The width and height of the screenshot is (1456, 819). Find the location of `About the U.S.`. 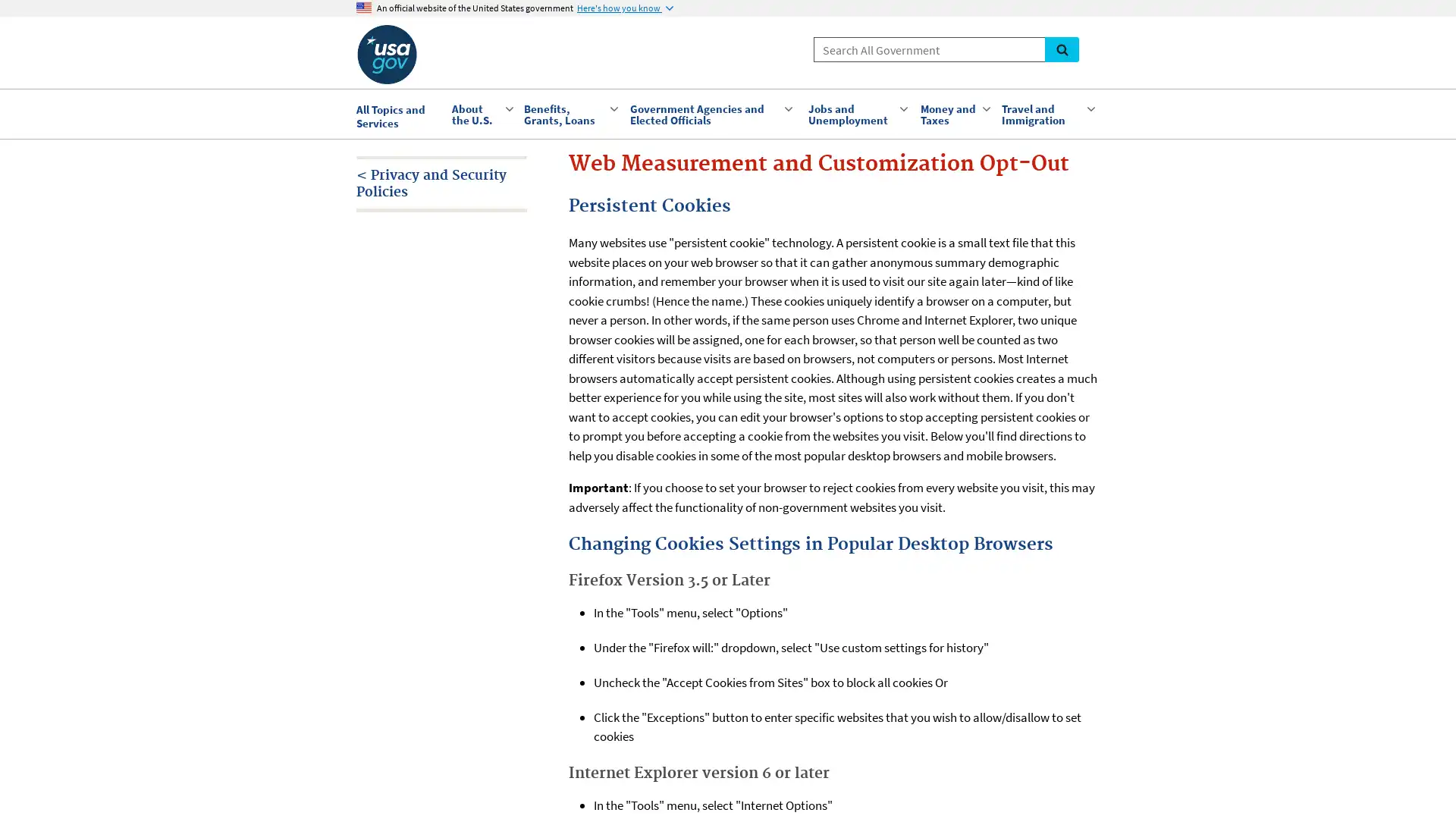

About the U.S. is located at coordinates (479, 113).